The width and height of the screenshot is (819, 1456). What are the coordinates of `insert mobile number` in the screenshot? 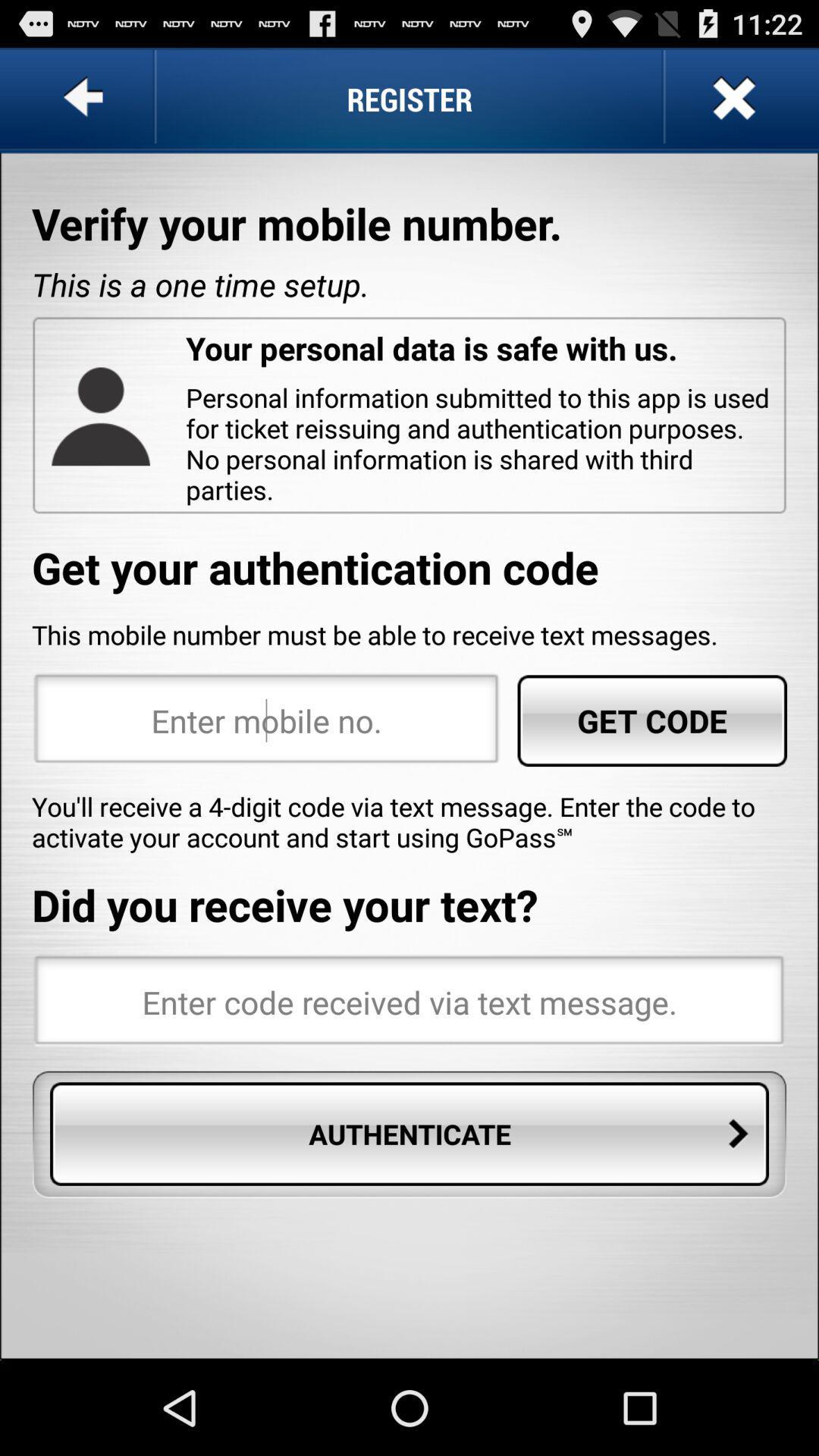 It's located at (265, 720).